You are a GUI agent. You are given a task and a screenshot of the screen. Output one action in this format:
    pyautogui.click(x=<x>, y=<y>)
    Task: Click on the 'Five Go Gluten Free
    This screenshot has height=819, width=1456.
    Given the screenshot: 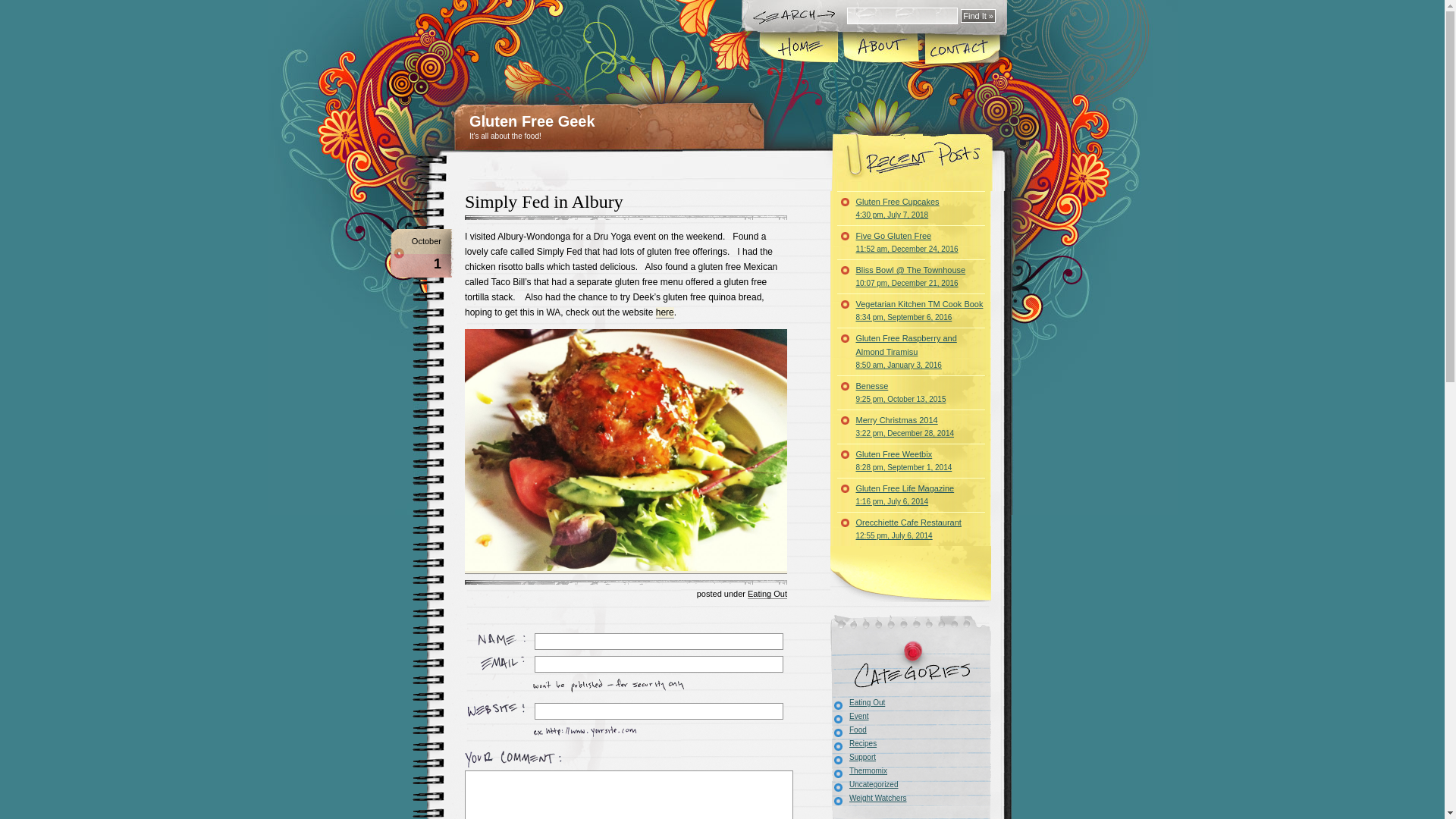 What is the action you would take?
    pyautogui.click(x=910, y=241)
    